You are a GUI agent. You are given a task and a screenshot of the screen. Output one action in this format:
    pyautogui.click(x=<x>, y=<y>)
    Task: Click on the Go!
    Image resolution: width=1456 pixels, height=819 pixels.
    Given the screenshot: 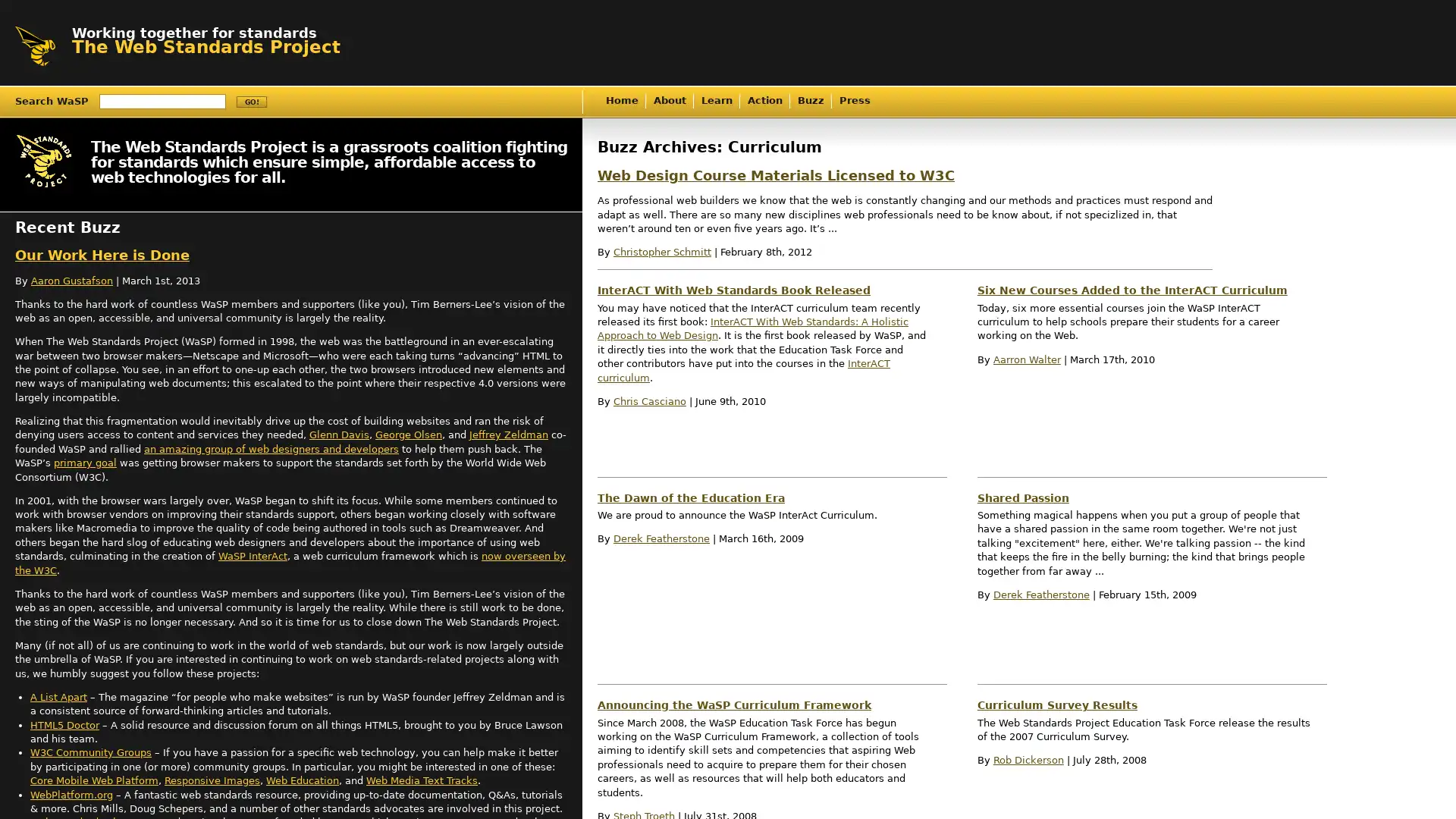 What is the action you would take?
    pyautogui.click(x=251, y=102)
    